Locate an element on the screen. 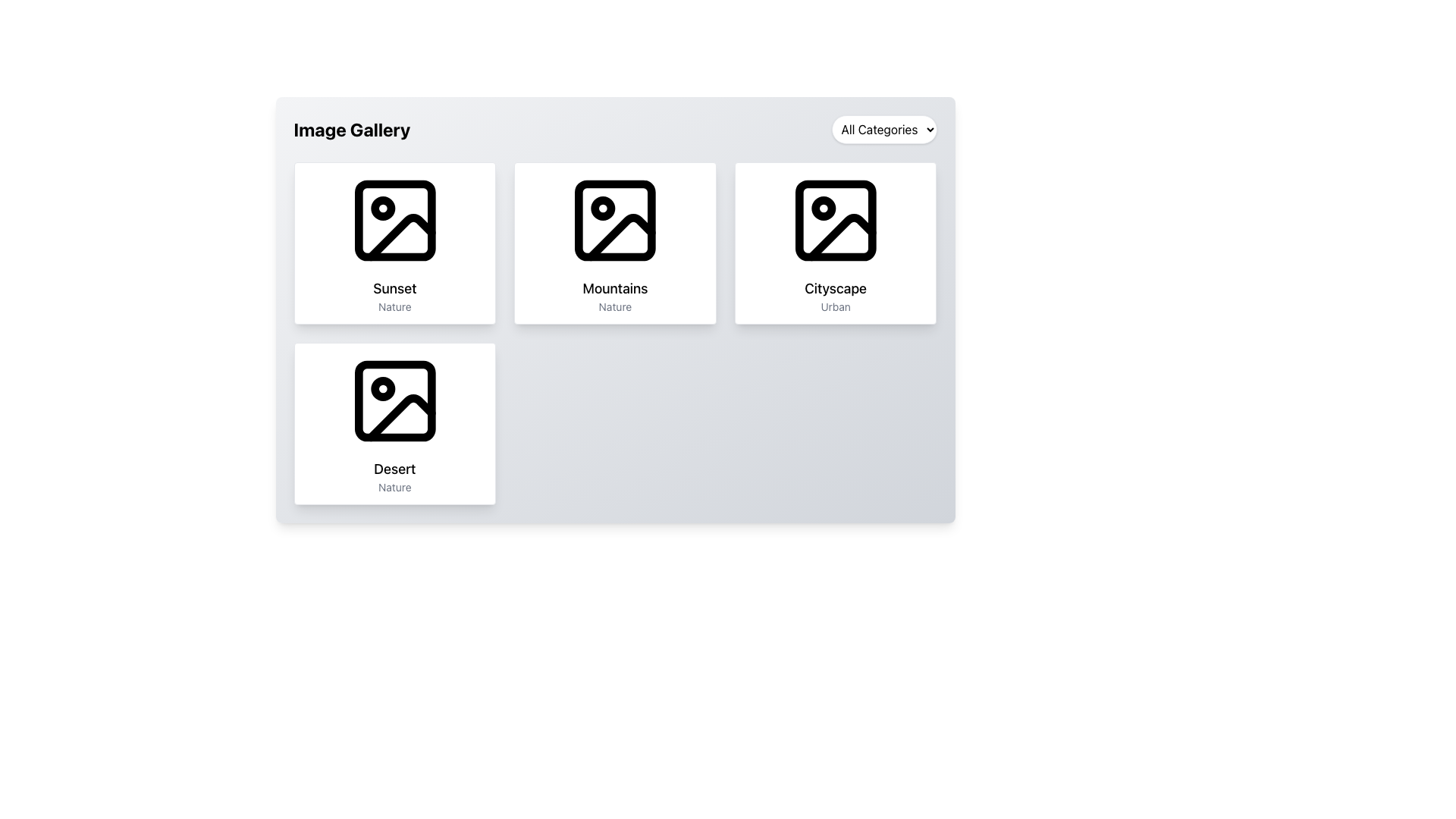 The width and height of the screenshot is (1456, 819). the Static text label reading 'Urban' located within the 'Cityscape' card, positioned below the 'Cityscape' title text is located at coordinates (835, 307).